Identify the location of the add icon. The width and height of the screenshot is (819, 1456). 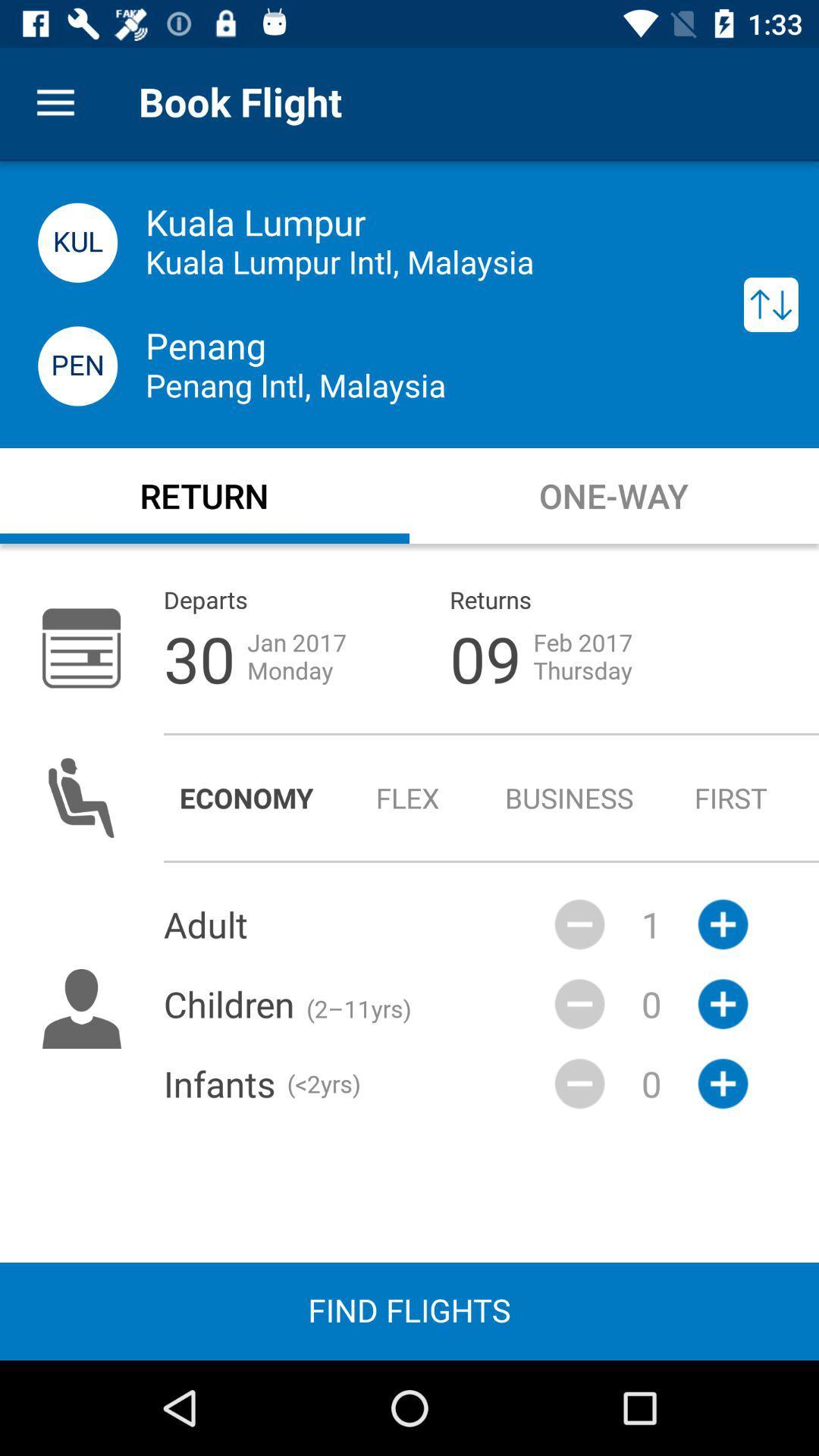
(722, 1083).